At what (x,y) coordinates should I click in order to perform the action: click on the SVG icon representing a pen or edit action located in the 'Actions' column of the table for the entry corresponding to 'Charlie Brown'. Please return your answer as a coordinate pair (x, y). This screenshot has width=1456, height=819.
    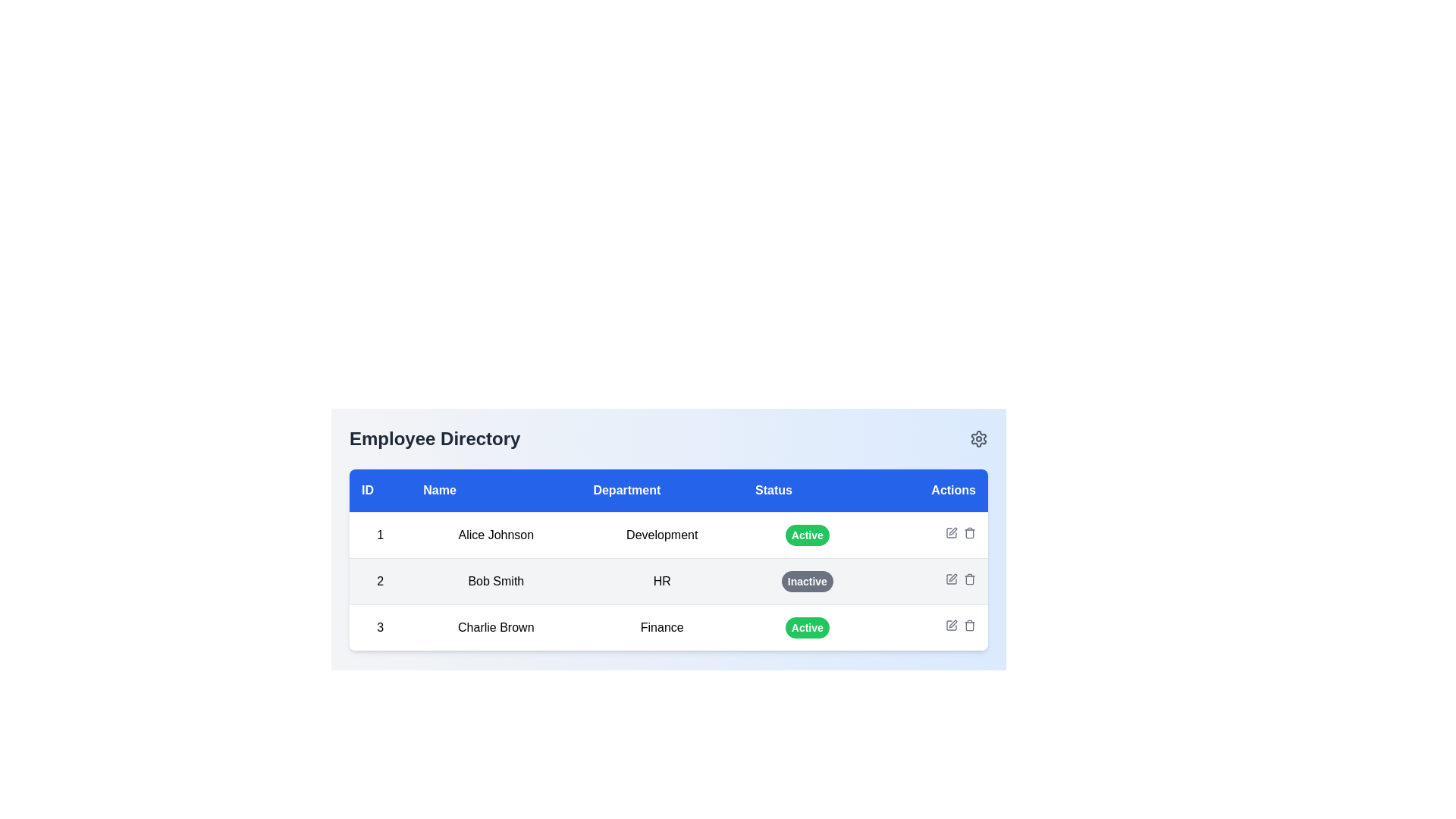
    Looking at the image, I should click on (952, 623).